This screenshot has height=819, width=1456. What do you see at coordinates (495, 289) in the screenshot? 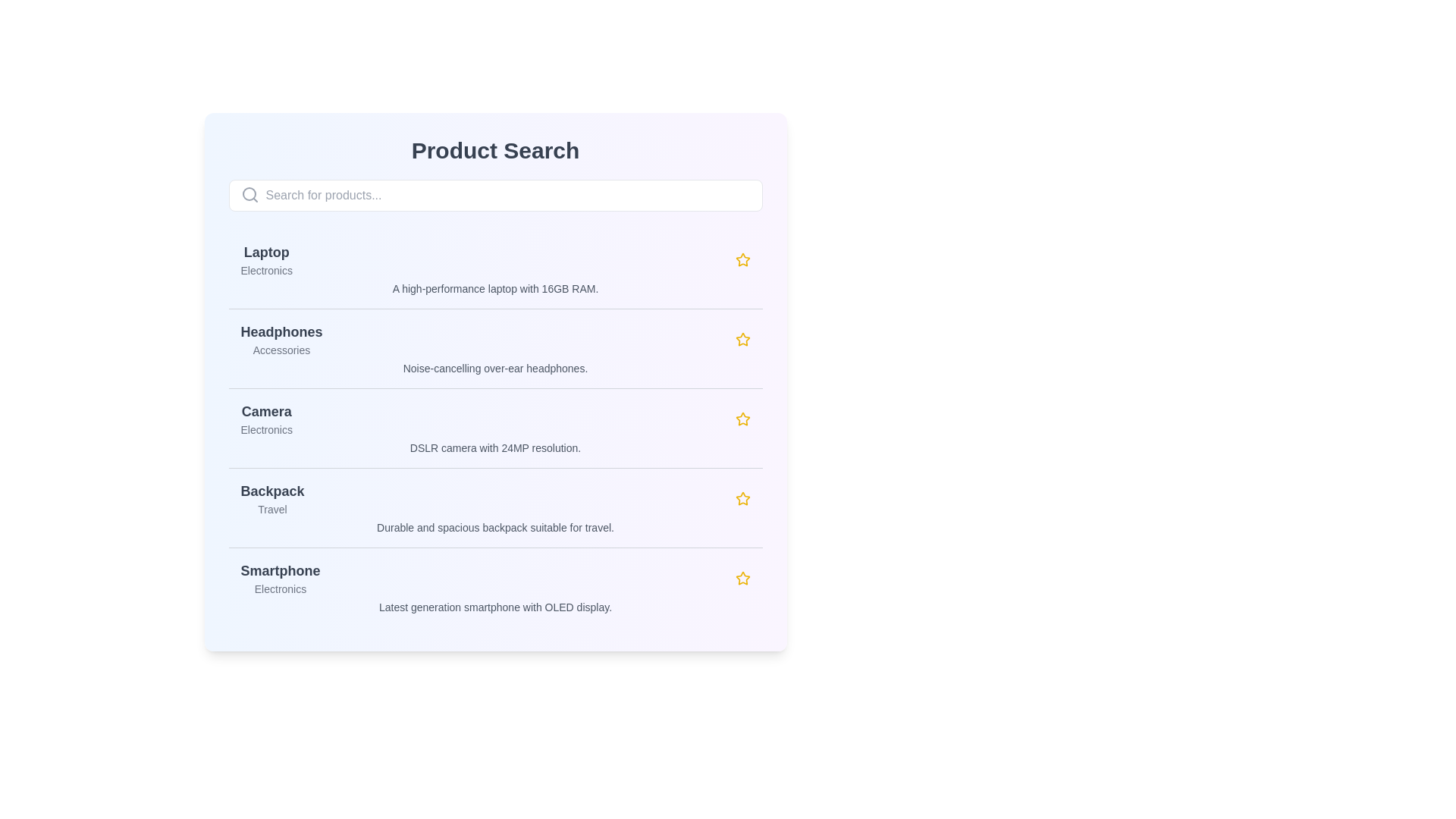
I see `the text label that reads 'A high-performance laptop with 16GB RAM.', located beneath the main title and subtitle of the 'Laptop' item` at bounding box center [495, 289].